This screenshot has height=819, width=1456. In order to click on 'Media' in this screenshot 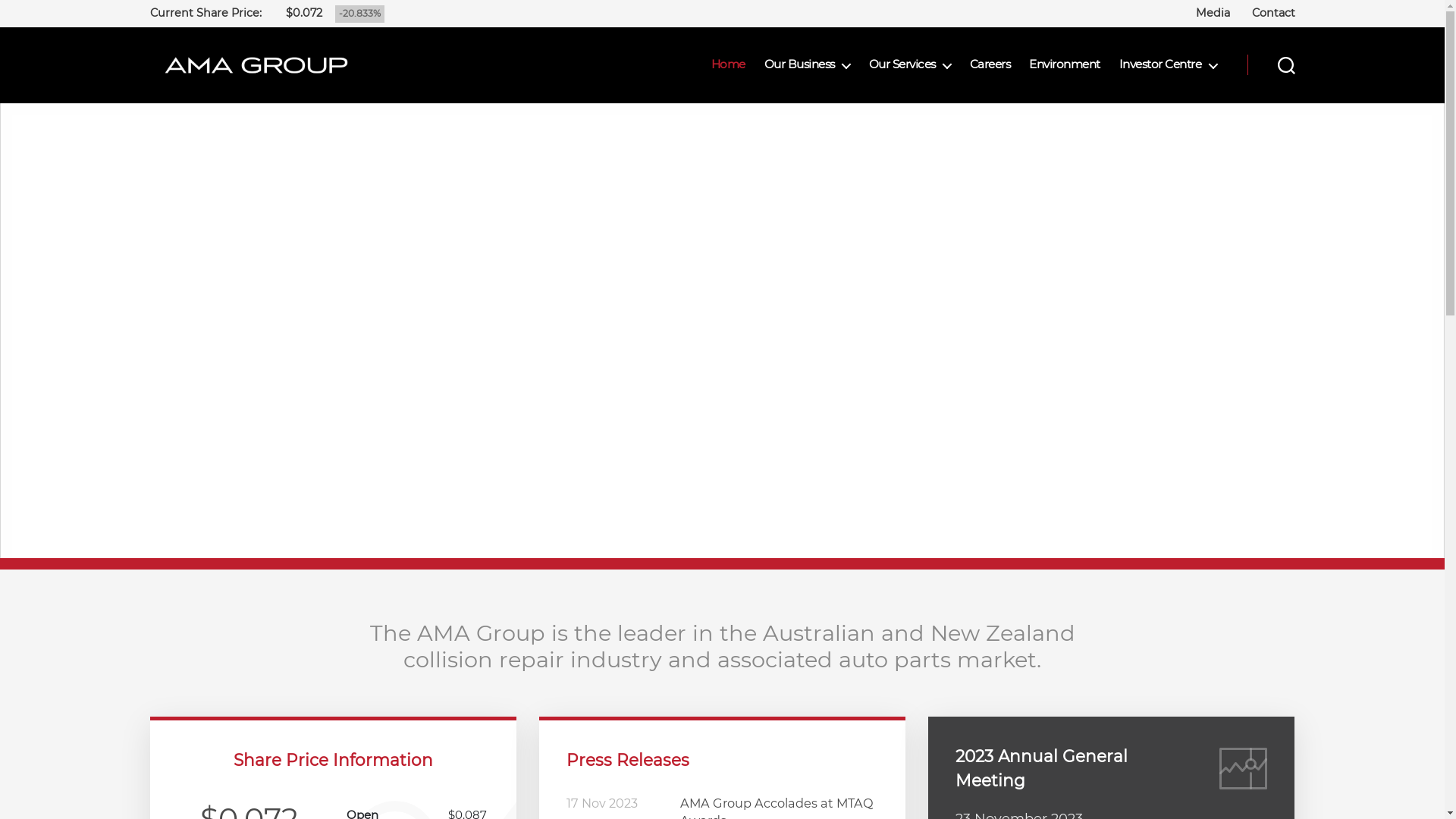, I will do `click(1212, 12)`.